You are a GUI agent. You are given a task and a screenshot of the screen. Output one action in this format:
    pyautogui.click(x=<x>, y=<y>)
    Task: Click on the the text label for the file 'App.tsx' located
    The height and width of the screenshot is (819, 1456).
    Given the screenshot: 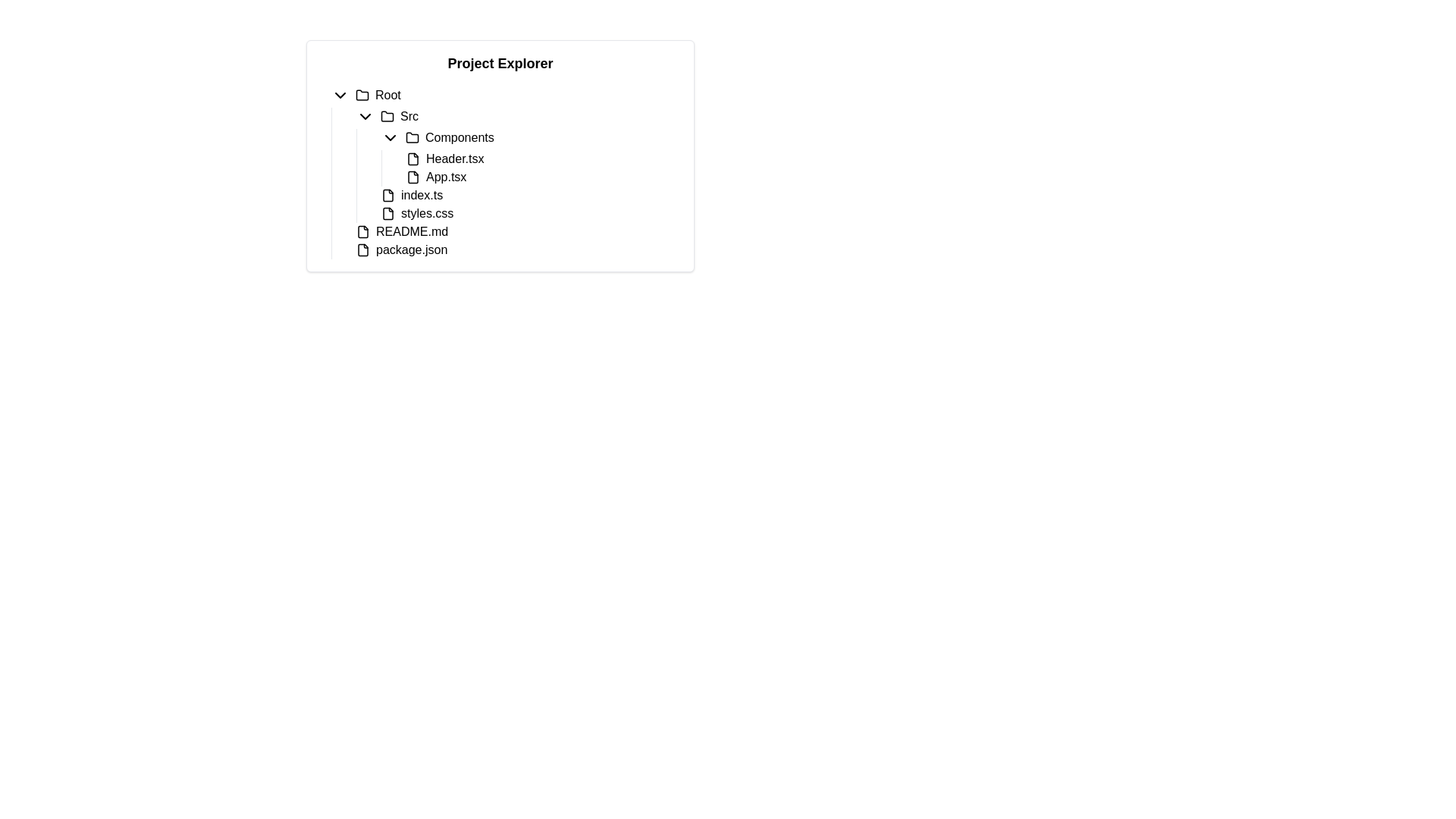 What is the action you would take?
    pyautogui.click(x=445, y=177)
    